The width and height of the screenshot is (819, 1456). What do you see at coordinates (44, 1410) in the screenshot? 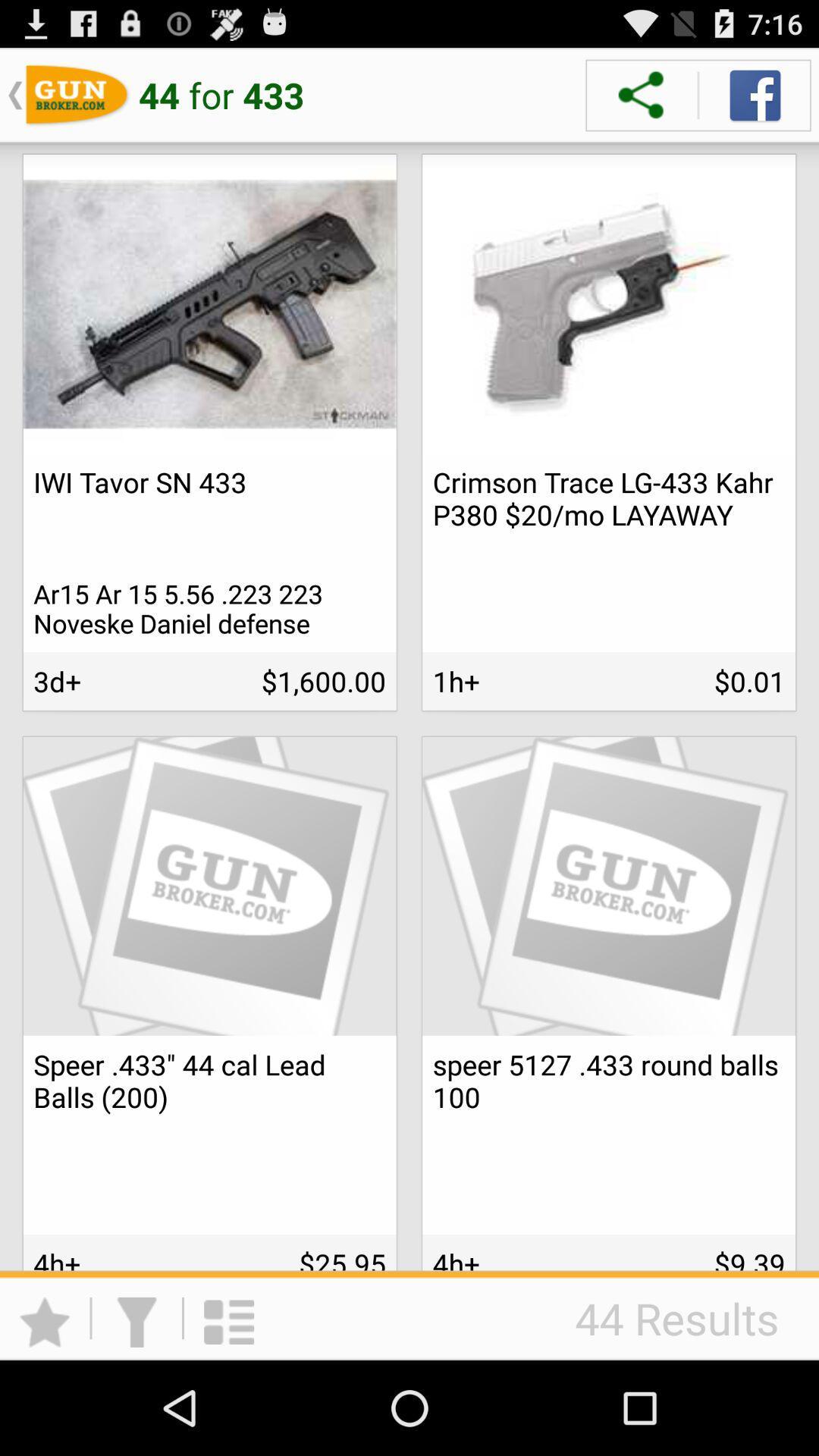
I see `the star icon` at bounding box center [44, 1410].